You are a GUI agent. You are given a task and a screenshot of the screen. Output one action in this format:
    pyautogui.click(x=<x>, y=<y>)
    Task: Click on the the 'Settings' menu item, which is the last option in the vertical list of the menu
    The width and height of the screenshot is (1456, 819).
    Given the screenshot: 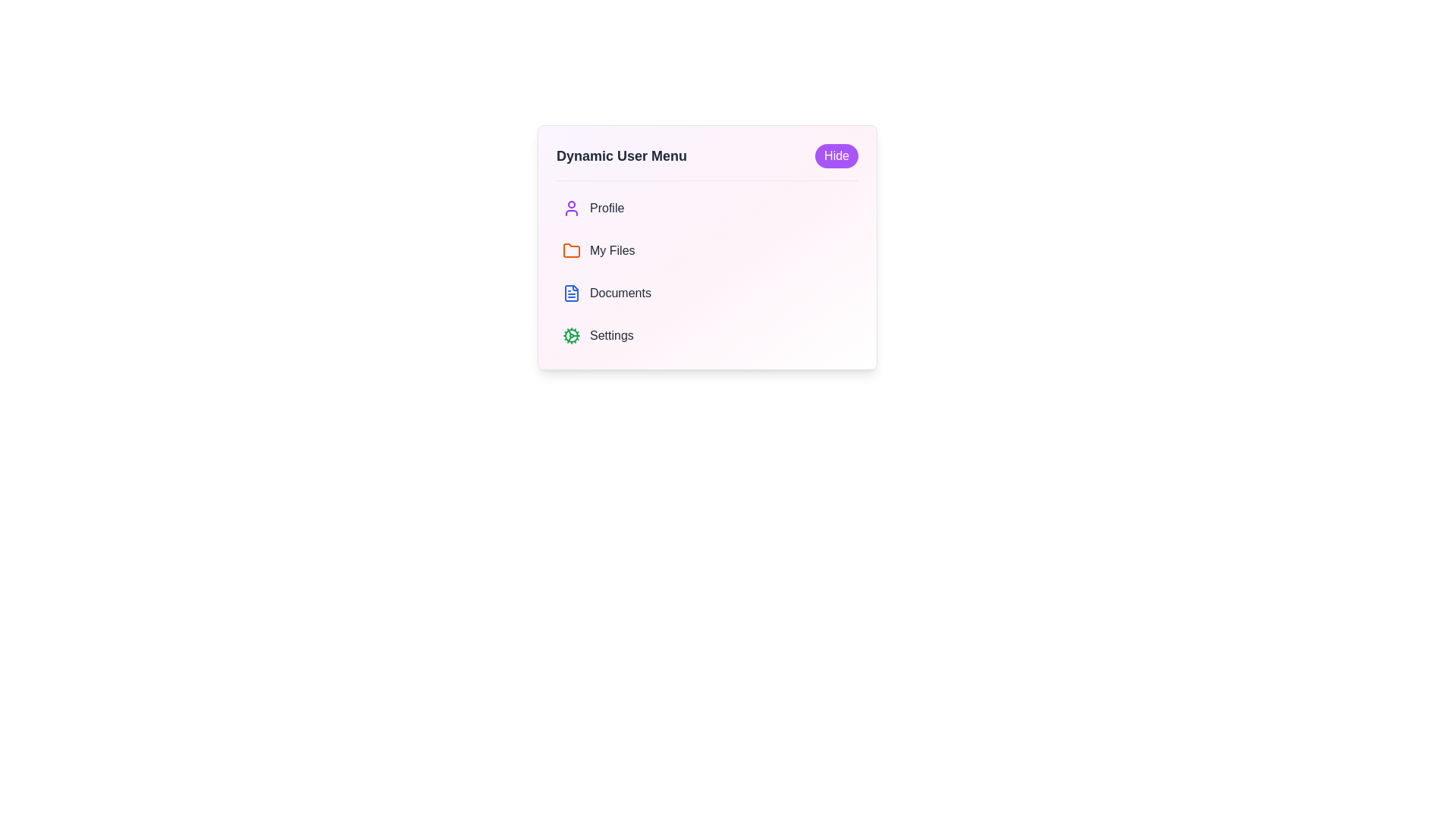 What is the action you would take?
    pyautogui.click(x=706, y=335)
    